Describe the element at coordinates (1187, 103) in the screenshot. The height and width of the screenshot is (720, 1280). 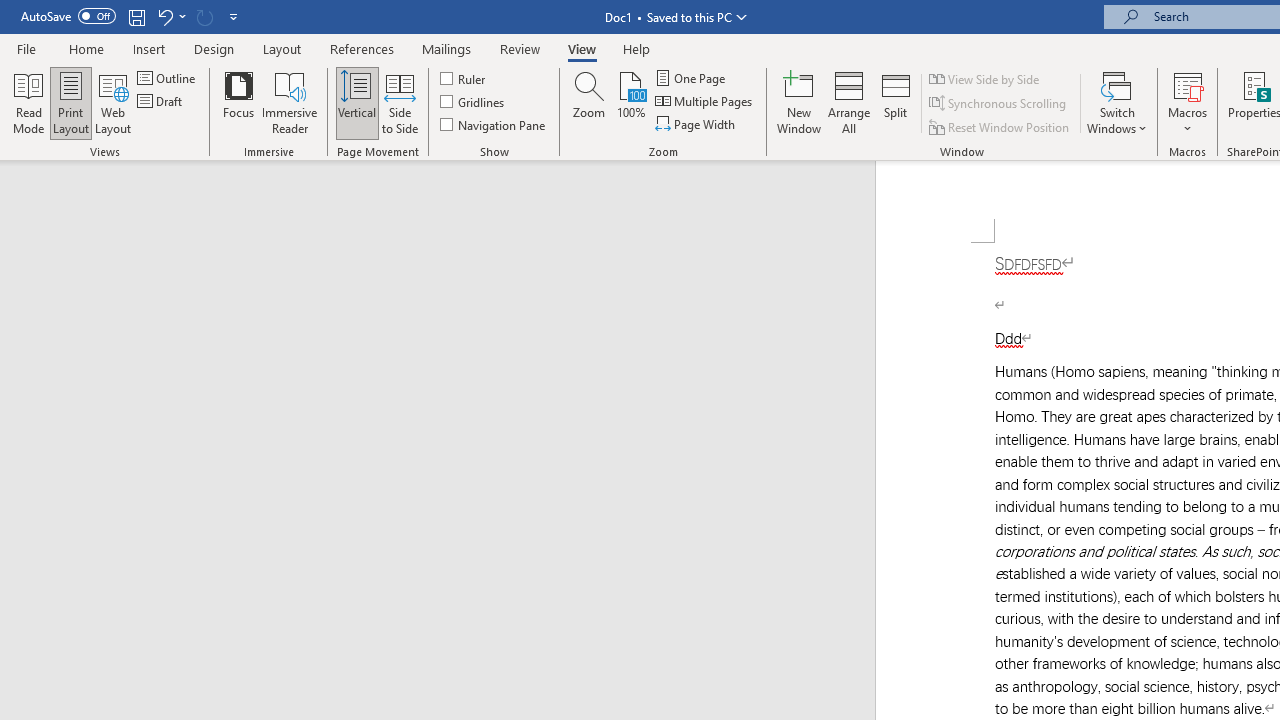
I see `'Macros'` at that location.